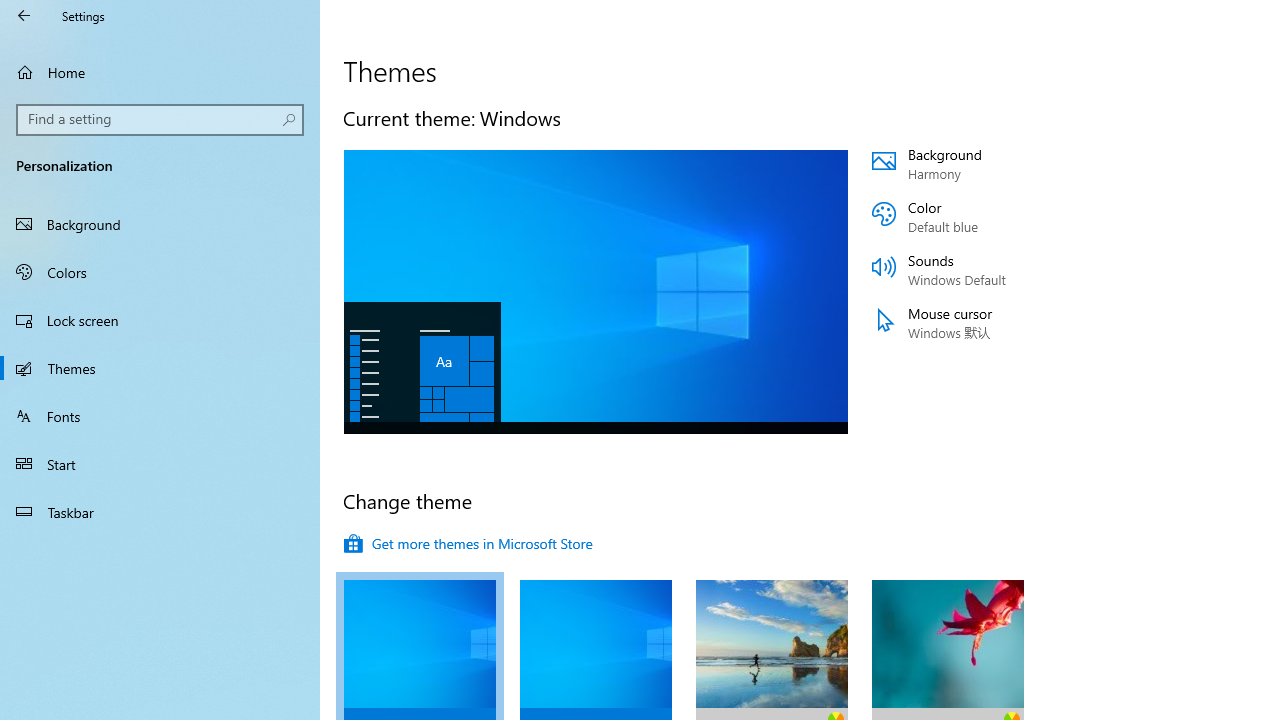  I want to click on 'Search box, Find a setting', so click(160, 119).